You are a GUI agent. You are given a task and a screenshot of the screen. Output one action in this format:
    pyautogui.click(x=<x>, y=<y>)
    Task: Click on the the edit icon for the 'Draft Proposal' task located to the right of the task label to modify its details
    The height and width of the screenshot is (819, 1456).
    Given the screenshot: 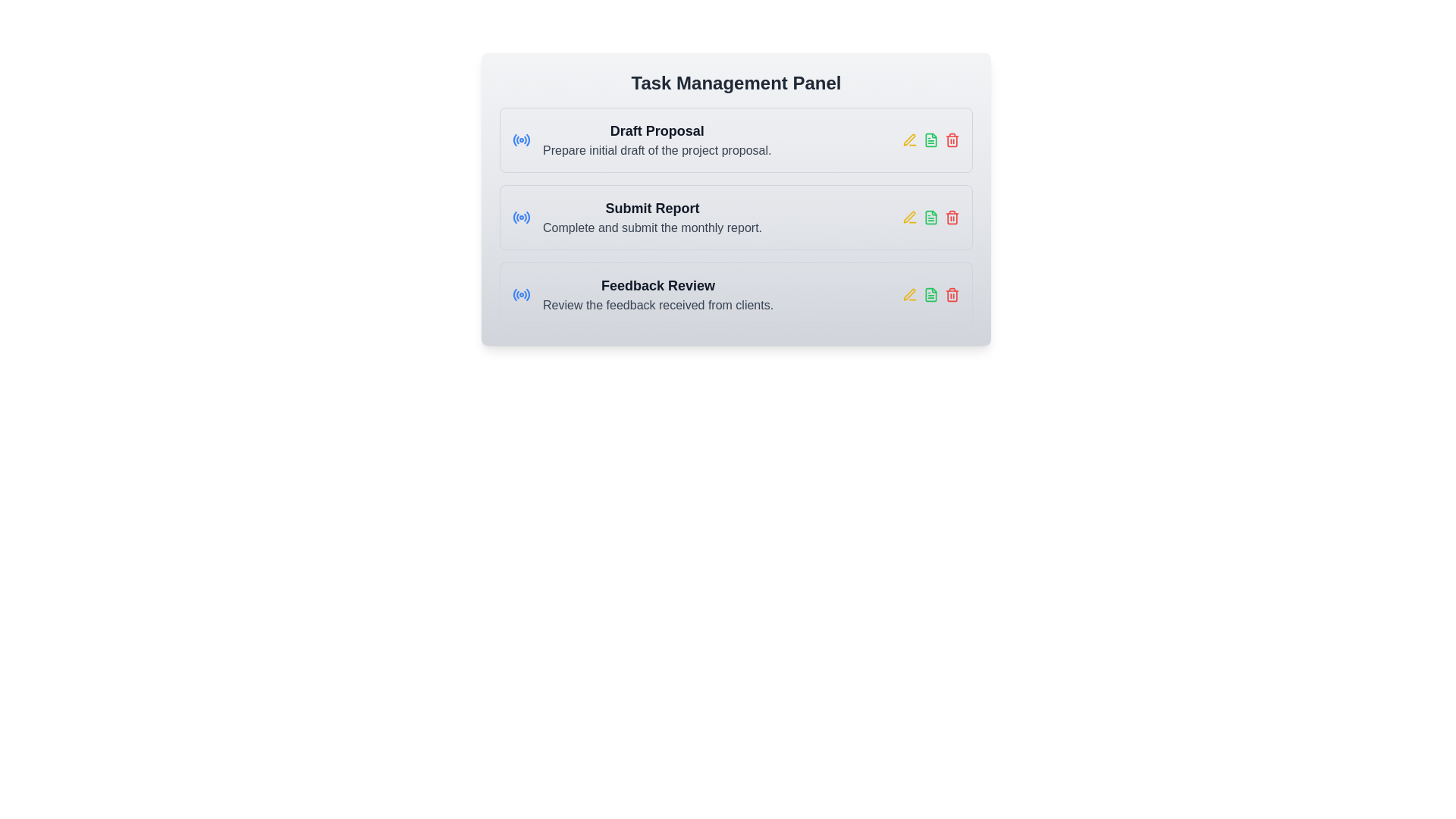 What is the action you would take?
    pyautogui.click(x=910, y=140)
    